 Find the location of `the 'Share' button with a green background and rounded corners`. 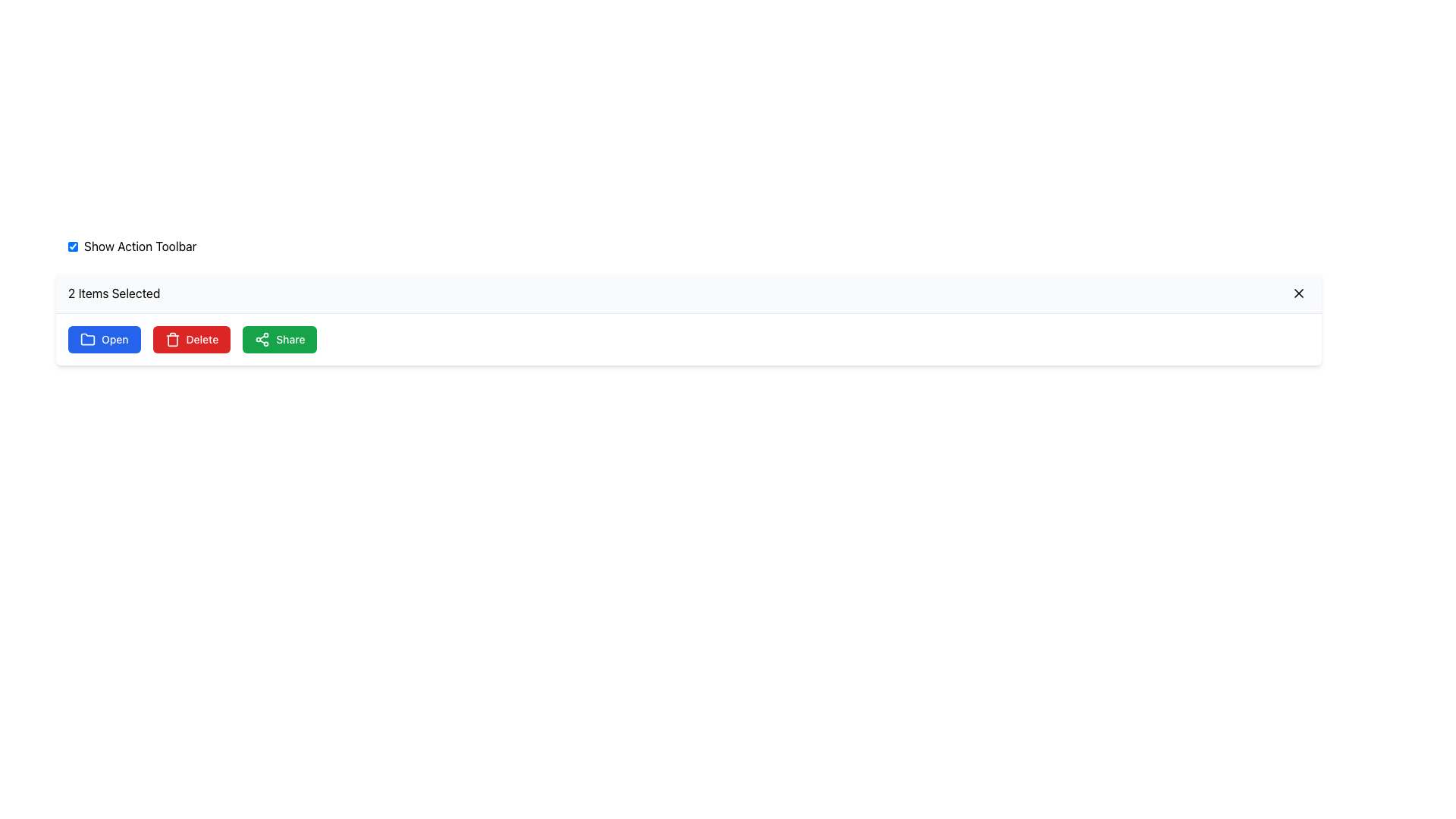

the 'Share' button with a green background and rounded corners is located at coordinates (280, 338).